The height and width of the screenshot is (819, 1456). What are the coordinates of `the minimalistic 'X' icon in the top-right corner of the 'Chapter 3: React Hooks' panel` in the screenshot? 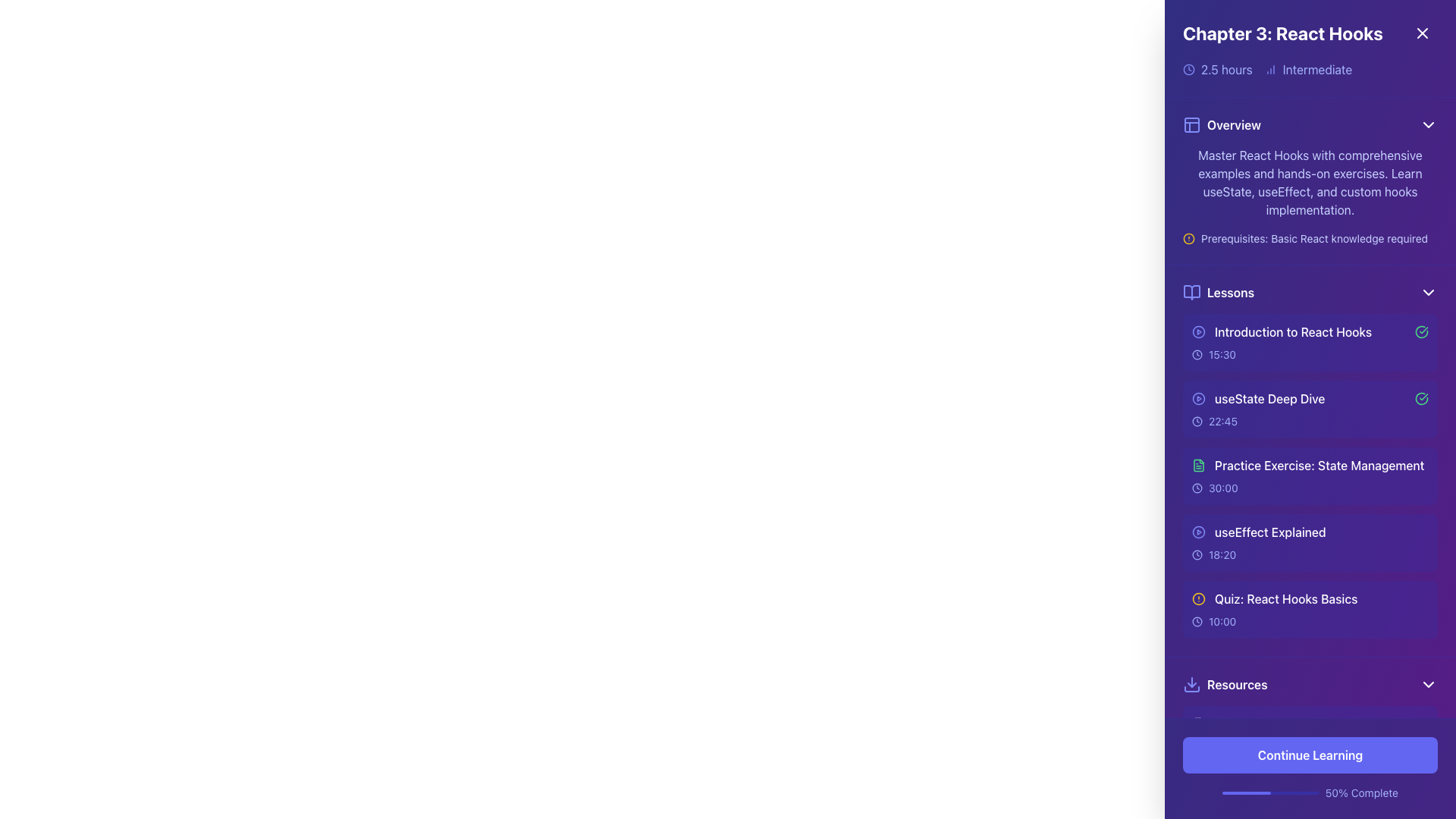 It's located at (1422, 33).